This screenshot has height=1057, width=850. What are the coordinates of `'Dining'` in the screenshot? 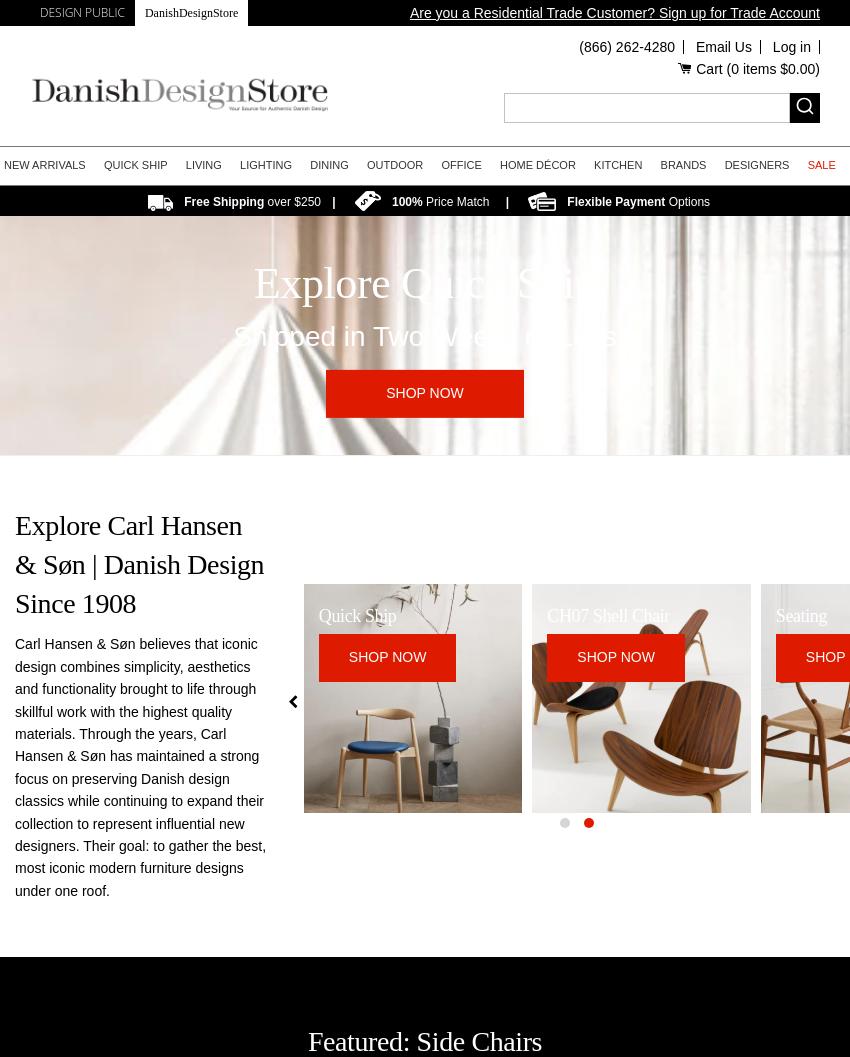 It's located at (329, 164).